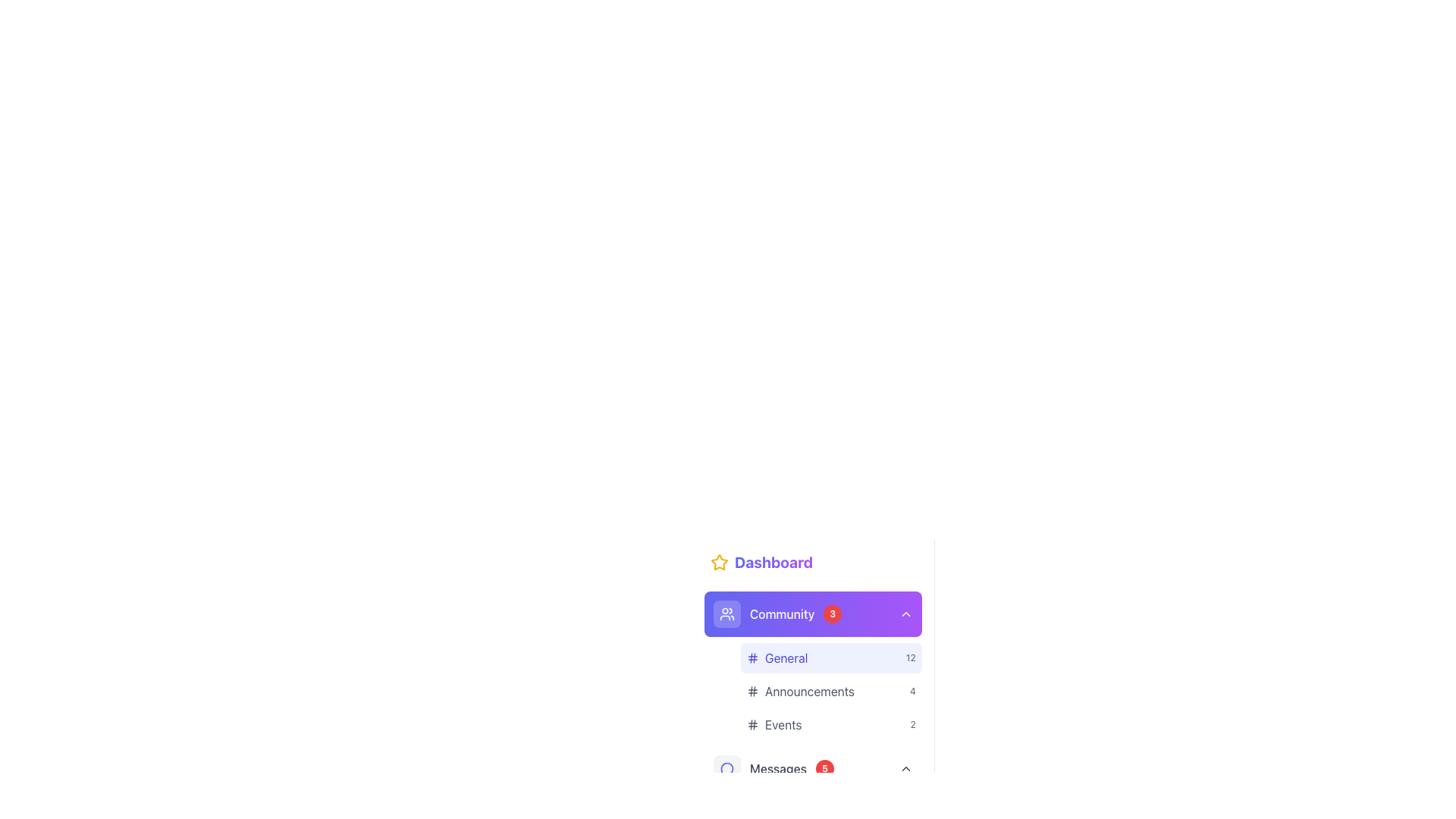  I want to click on the 'Announcements' navigation link located in the 'Community' collapsible section on the sidebar, which is positioned as the second item under 'General', so click(809, 691).